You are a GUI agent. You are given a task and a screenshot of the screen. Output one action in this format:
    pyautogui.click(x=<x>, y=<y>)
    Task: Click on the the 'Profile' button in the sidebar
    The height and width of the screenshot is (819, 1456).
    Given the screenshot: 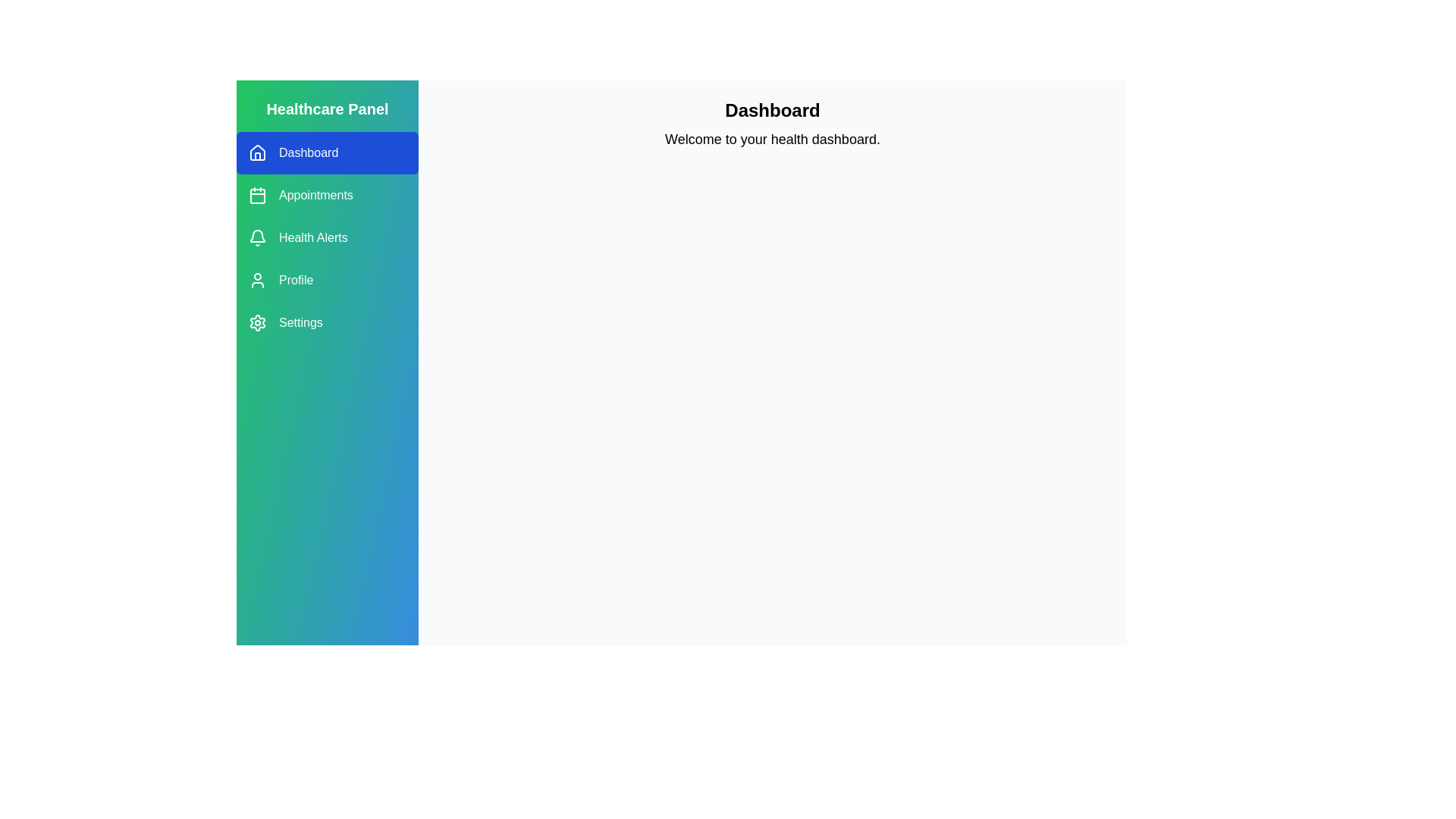 What is the action you would take?
    pyautogui.click(x=327, y=281)
    